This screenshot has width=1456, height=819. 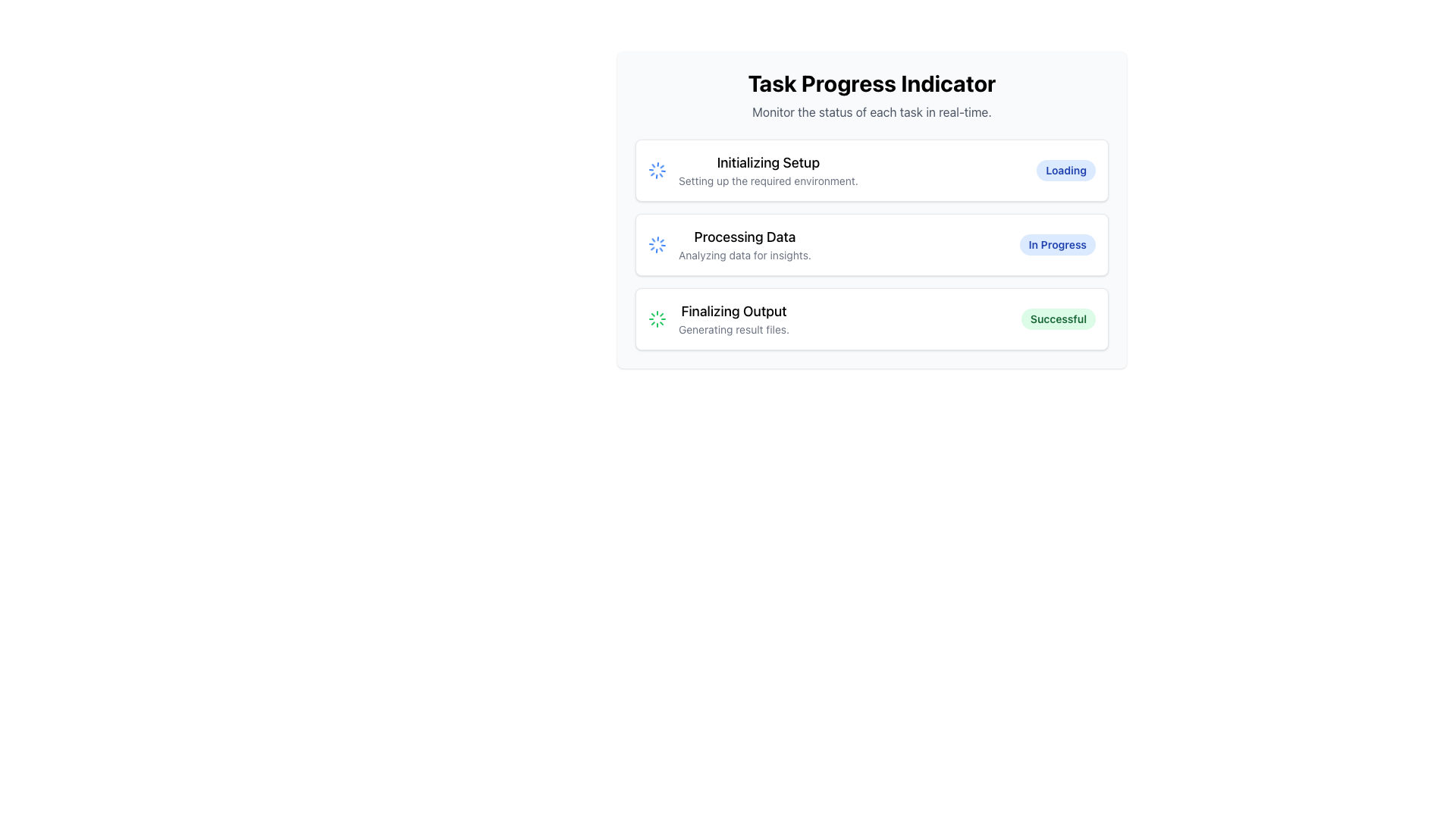 What do you see at coordinates (657, 170) in the screenshot?
I see `the circular blue loading spinner icon located to the left of the 'Initializing Setup' text label` at bounding box center [657, 170].